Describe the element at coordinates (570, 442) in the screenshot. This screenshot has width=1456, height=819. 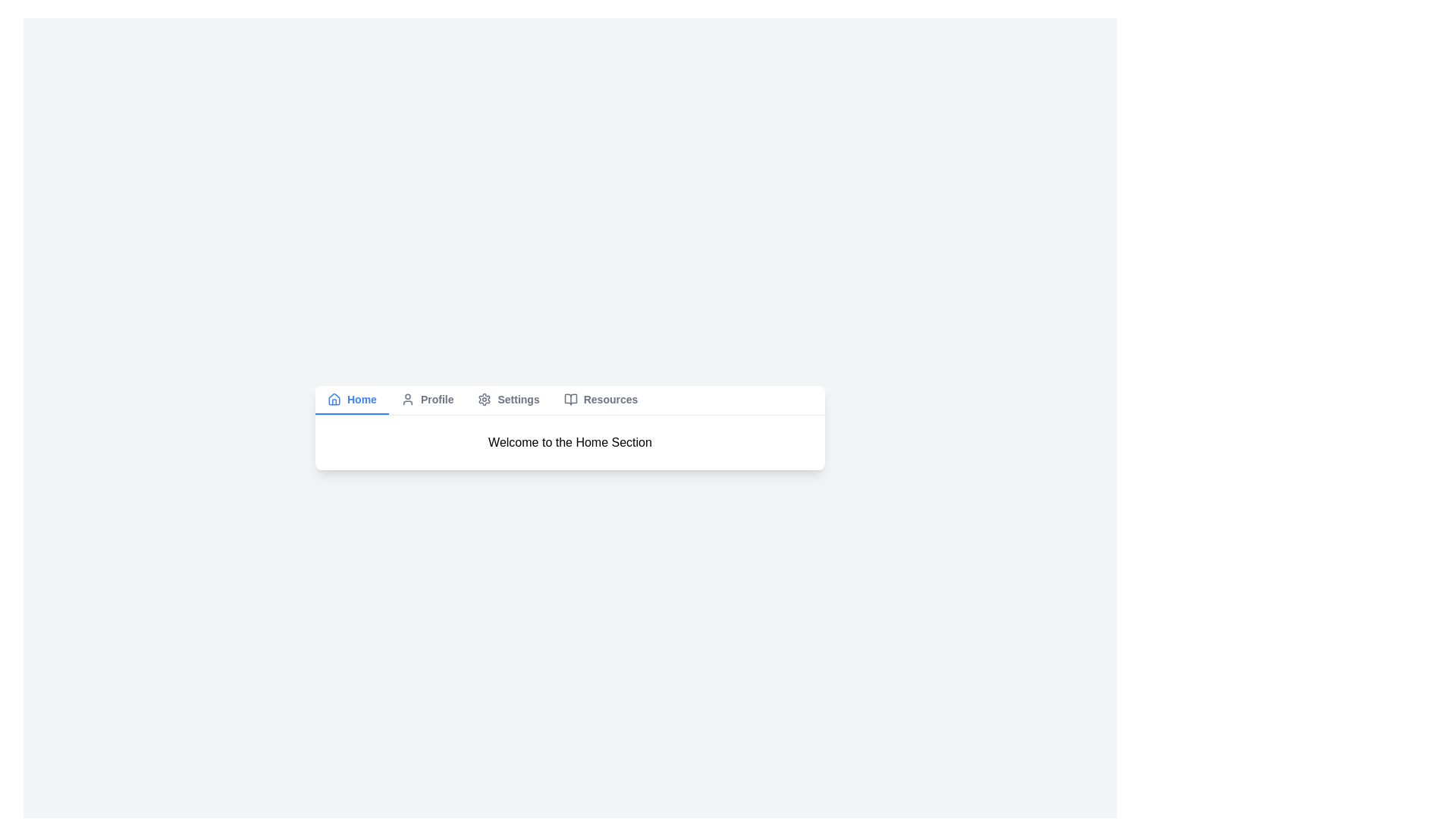
I see `welcome message text label located centrally in the Home Section, positioned below the navigation bar` at that location.